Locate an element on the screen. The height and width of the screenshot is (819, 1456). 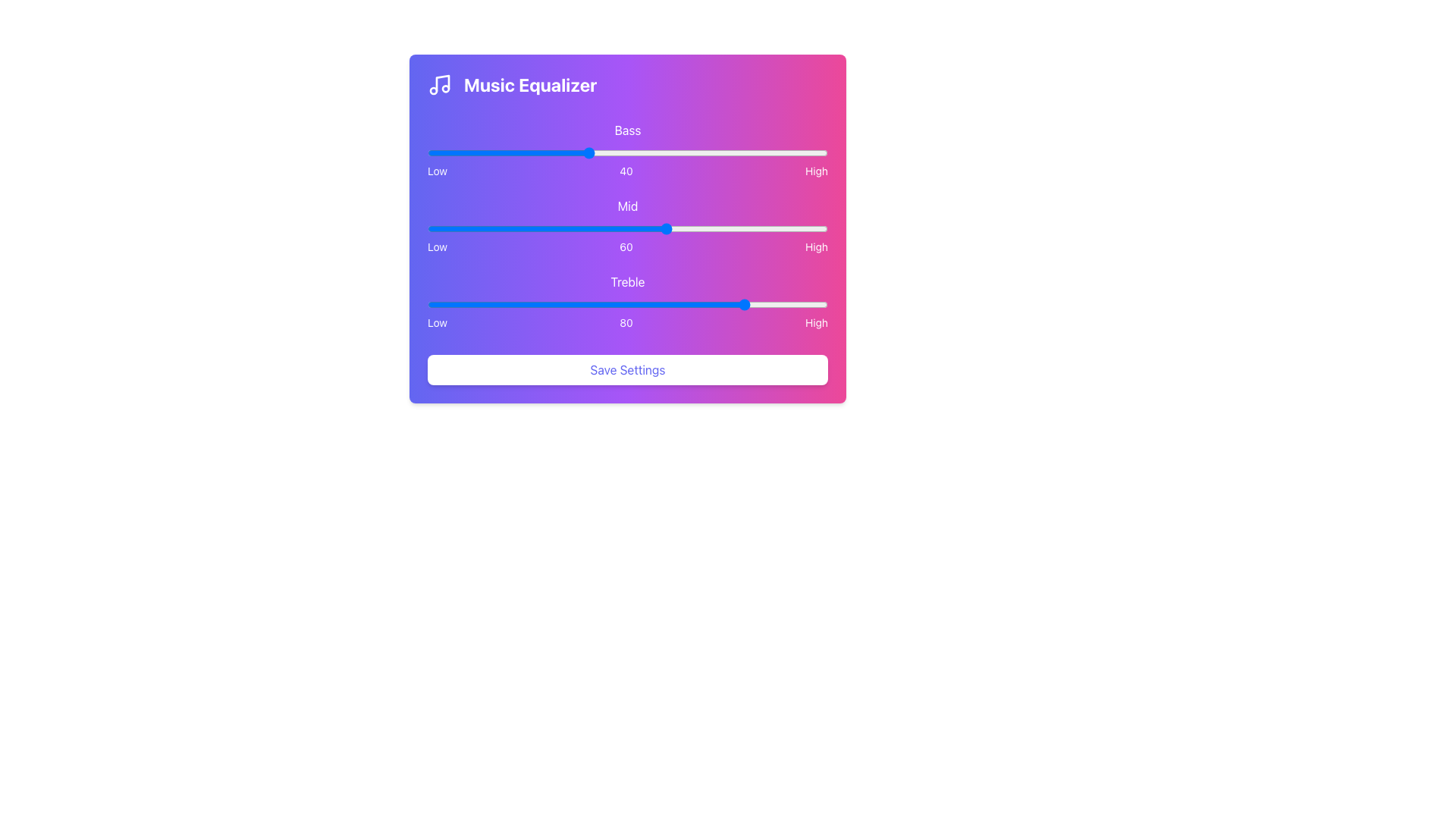
the Static Text Label indicating the 'Treble' setting of the equalizer, located between the 'Mid' slider and 'Low80High' labels is located at coordinates (628, 281).